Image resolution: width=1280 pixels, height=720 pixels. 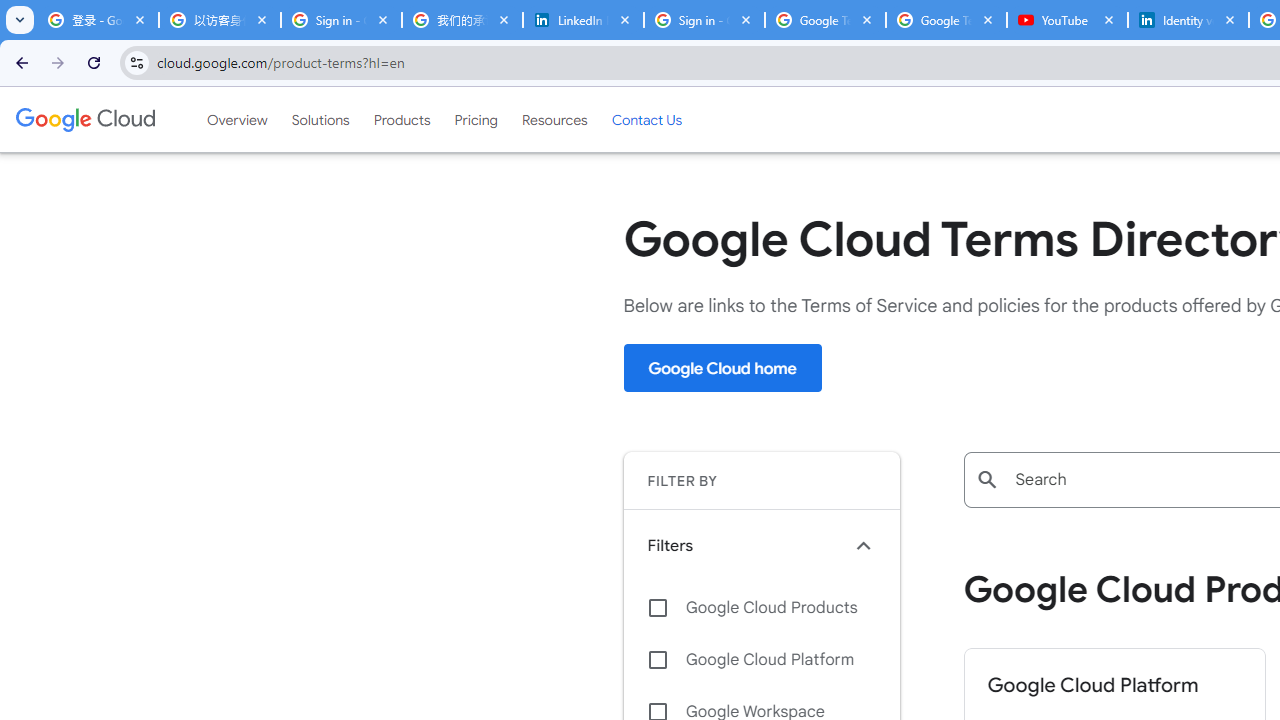 I want to click on 'YouTube', so click(x=1066, y=20).